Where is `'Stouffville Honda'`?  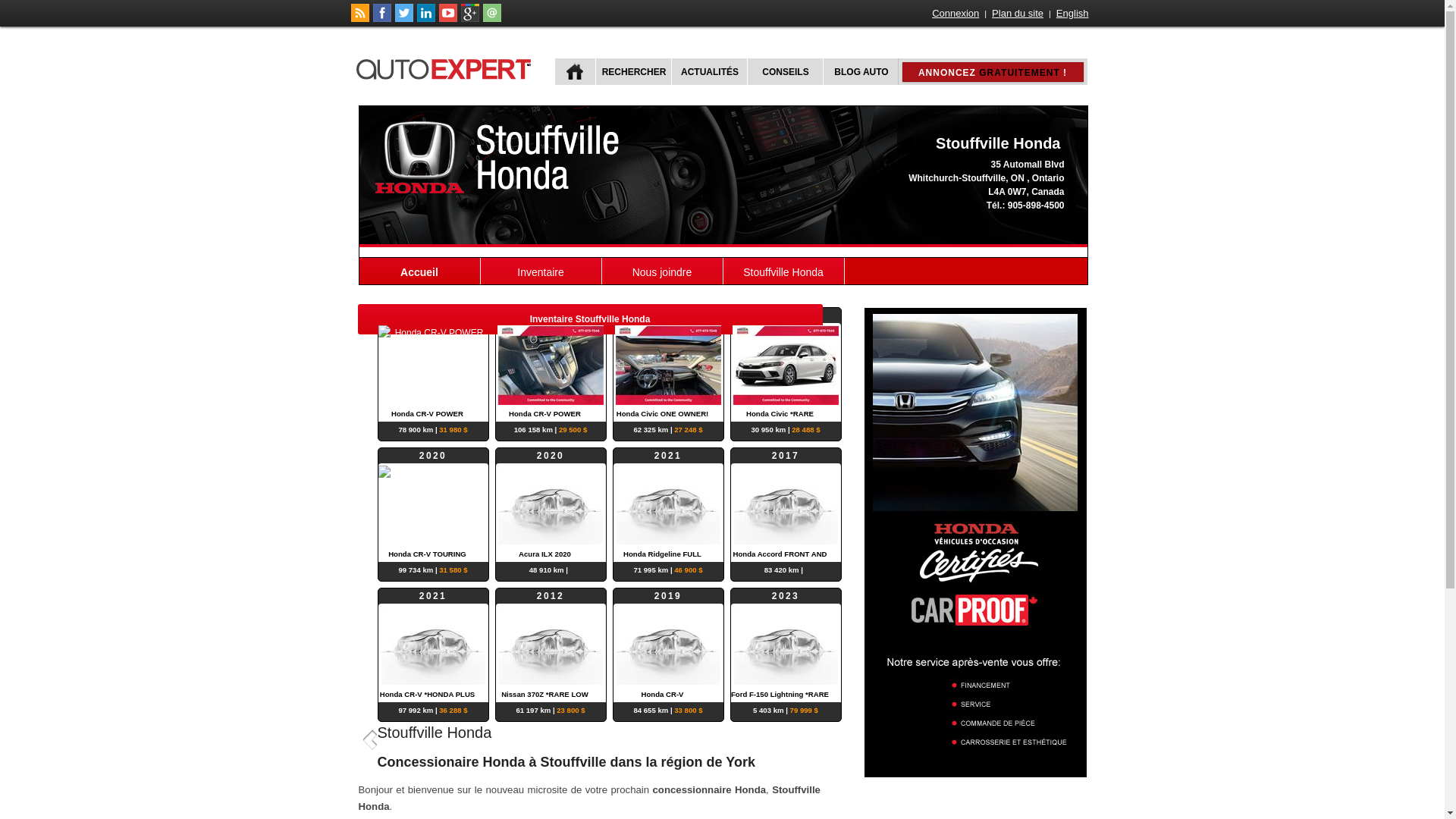 'Stouffville Honda' is located at coordinates (783, 270).